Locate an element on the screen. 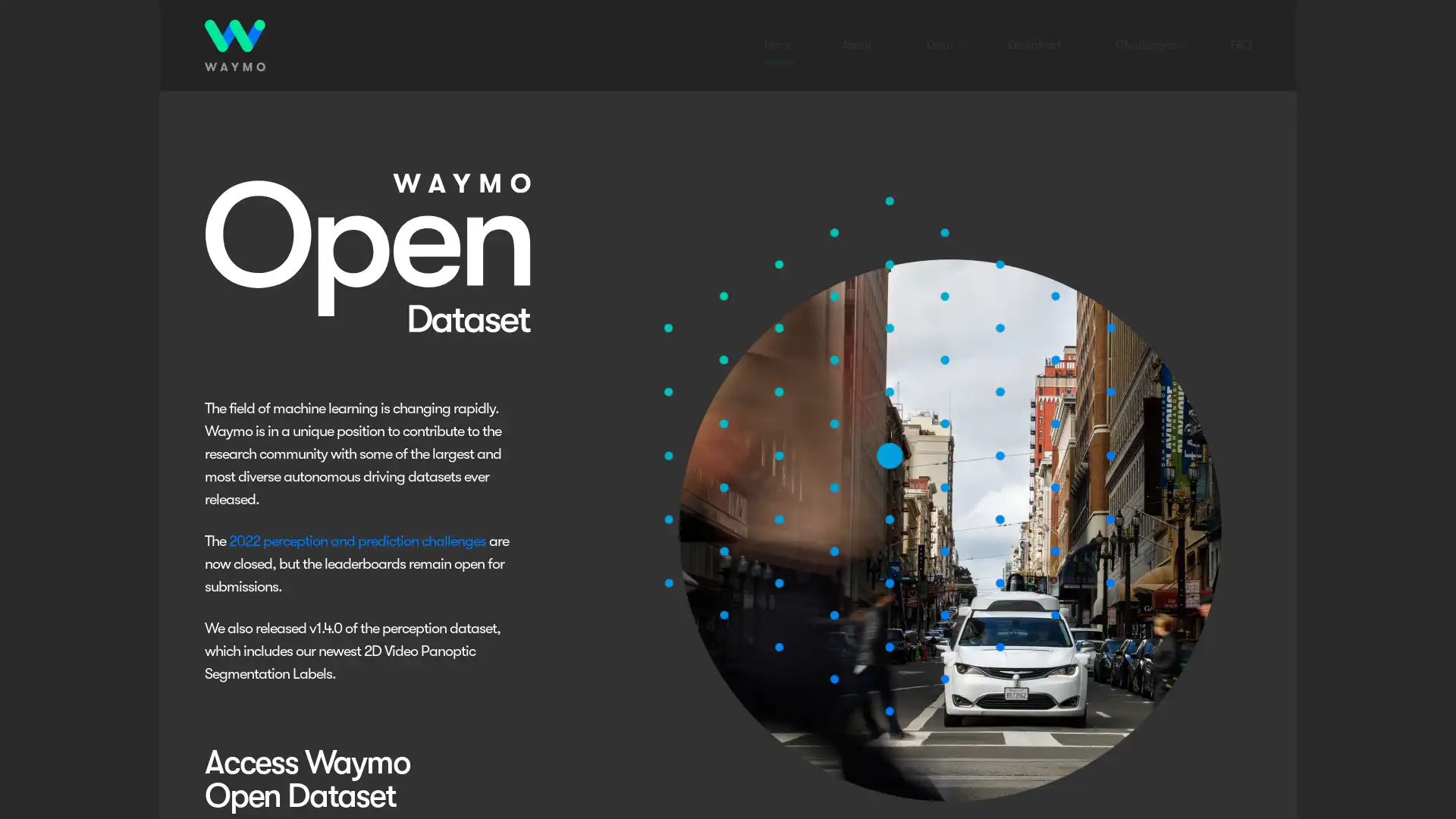 Image resolution: width=1456 pixels, height=819 pixels. Past Challenges based on Motion Dataset is located at coordinates (1168, 444).